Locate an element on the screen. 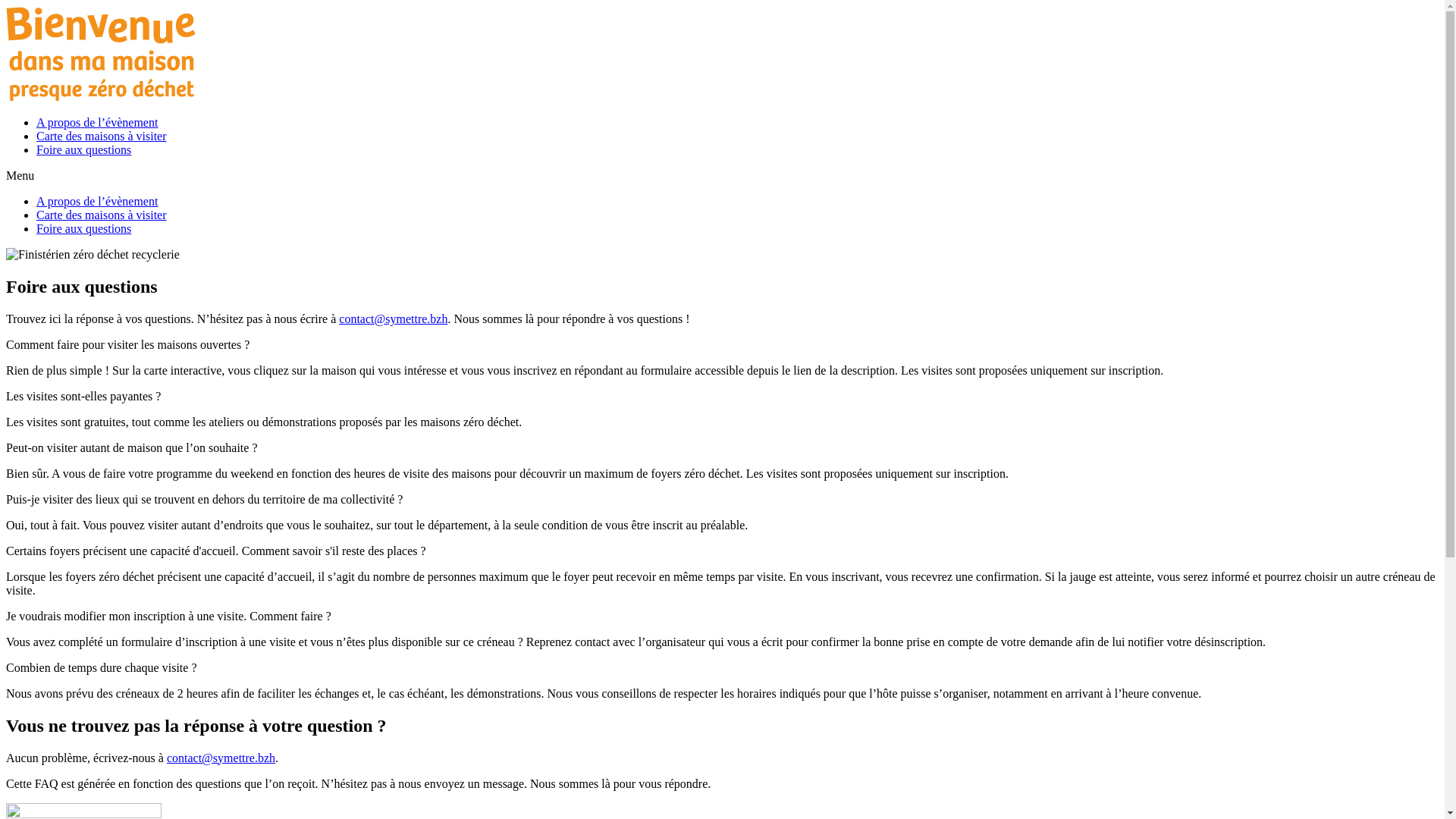  'Aller au contenu' is located at coordinates (5, 5).